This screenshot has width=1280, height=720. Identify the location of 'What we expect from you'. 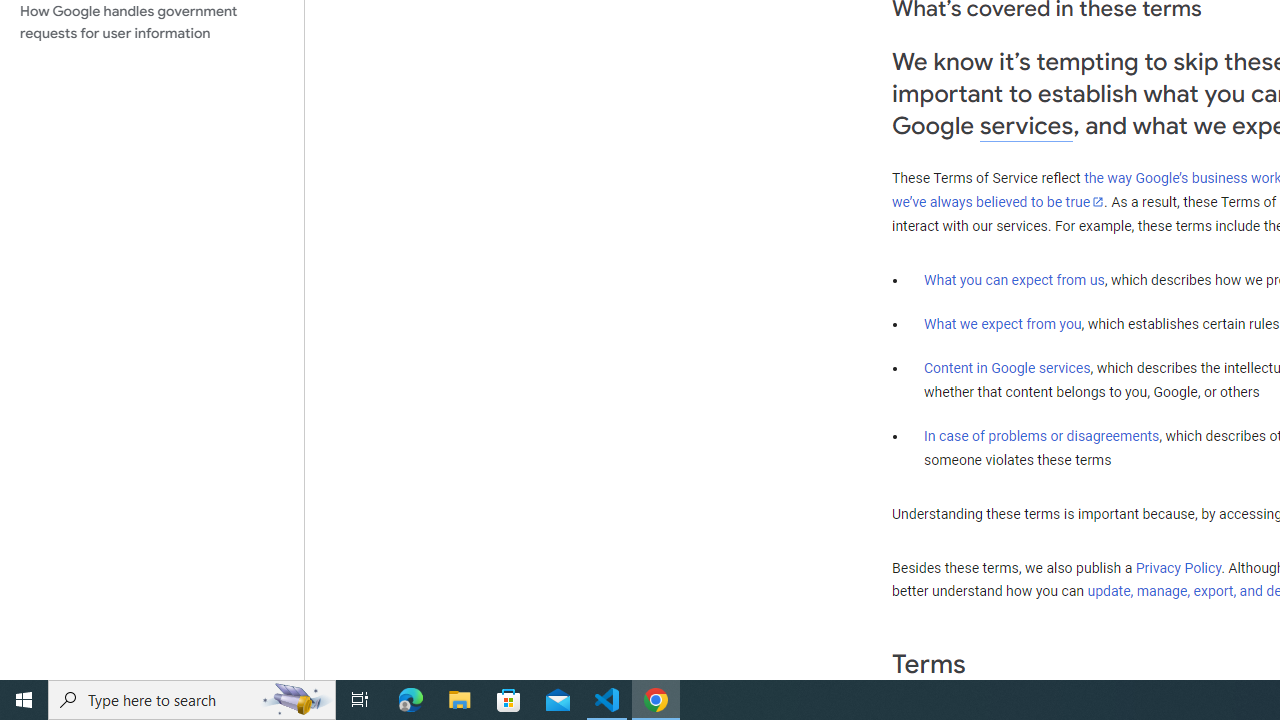
(1002, 323).